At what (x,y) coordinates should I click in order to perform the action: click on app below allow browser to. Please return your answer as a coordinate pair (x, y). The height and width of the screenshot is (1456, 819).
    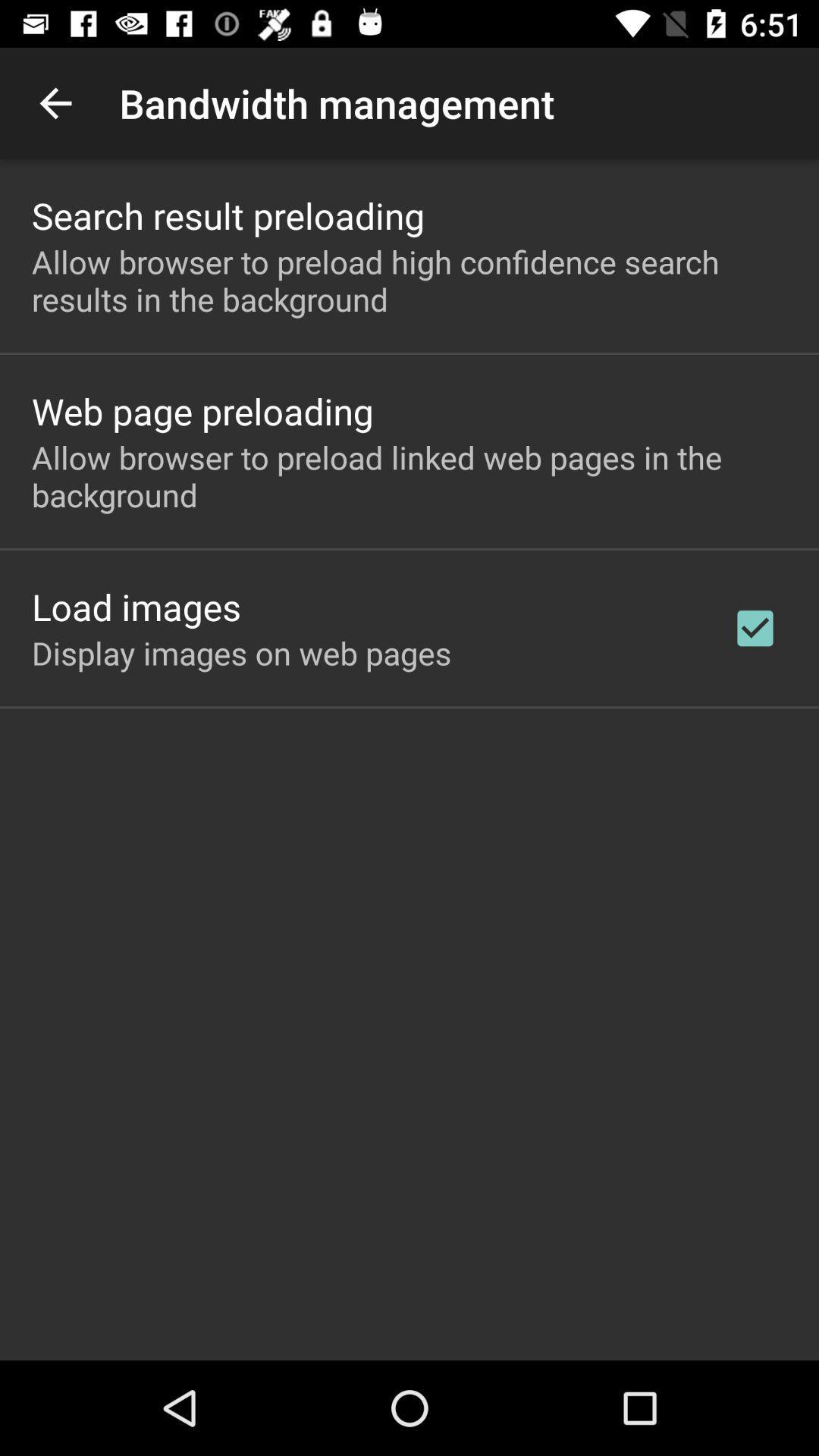
    Looking at the image, I should click on (755, 628).